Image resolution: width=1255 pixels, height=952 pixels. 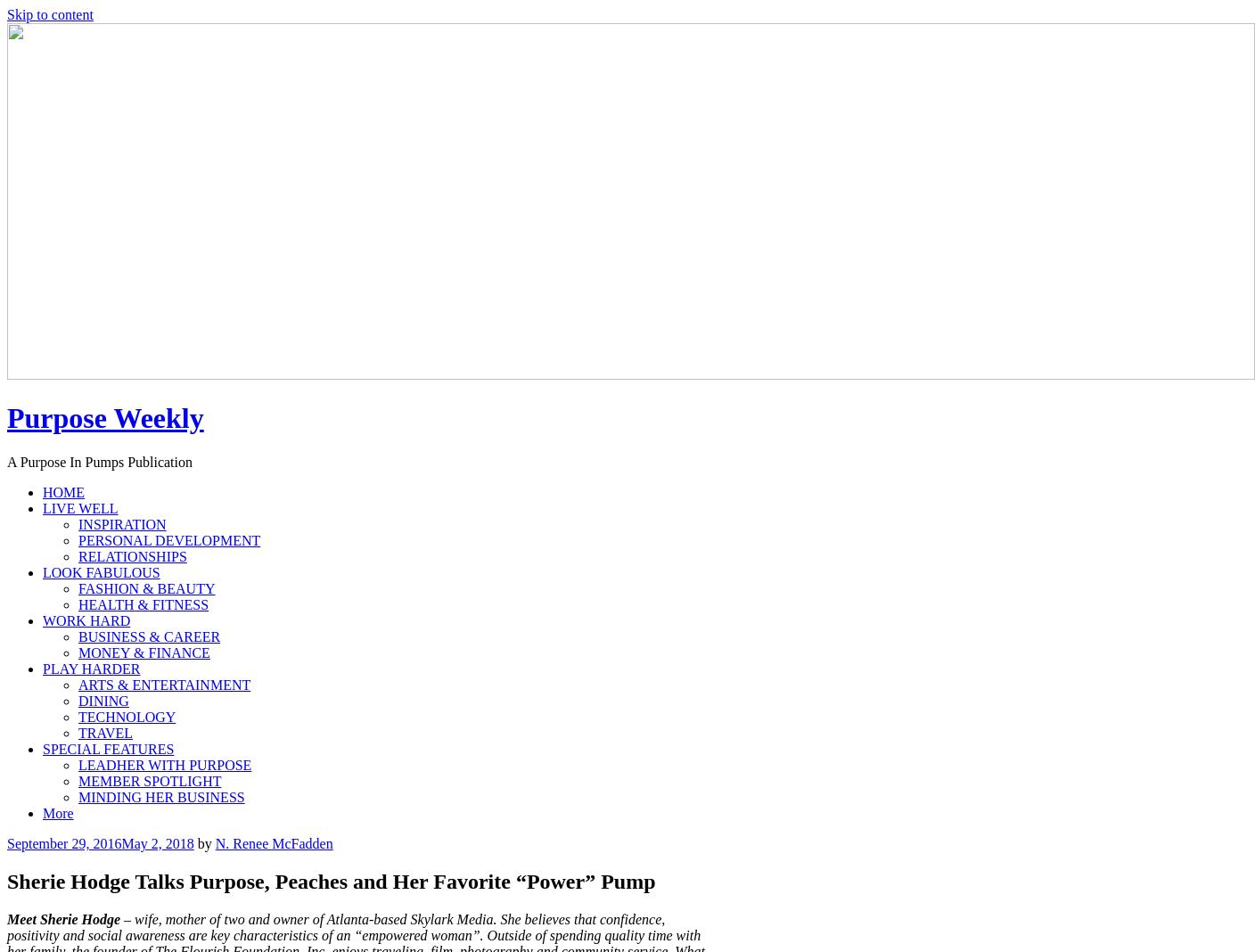 I want to click on 'N. Renee McFadden', so click(x=273, y=842).